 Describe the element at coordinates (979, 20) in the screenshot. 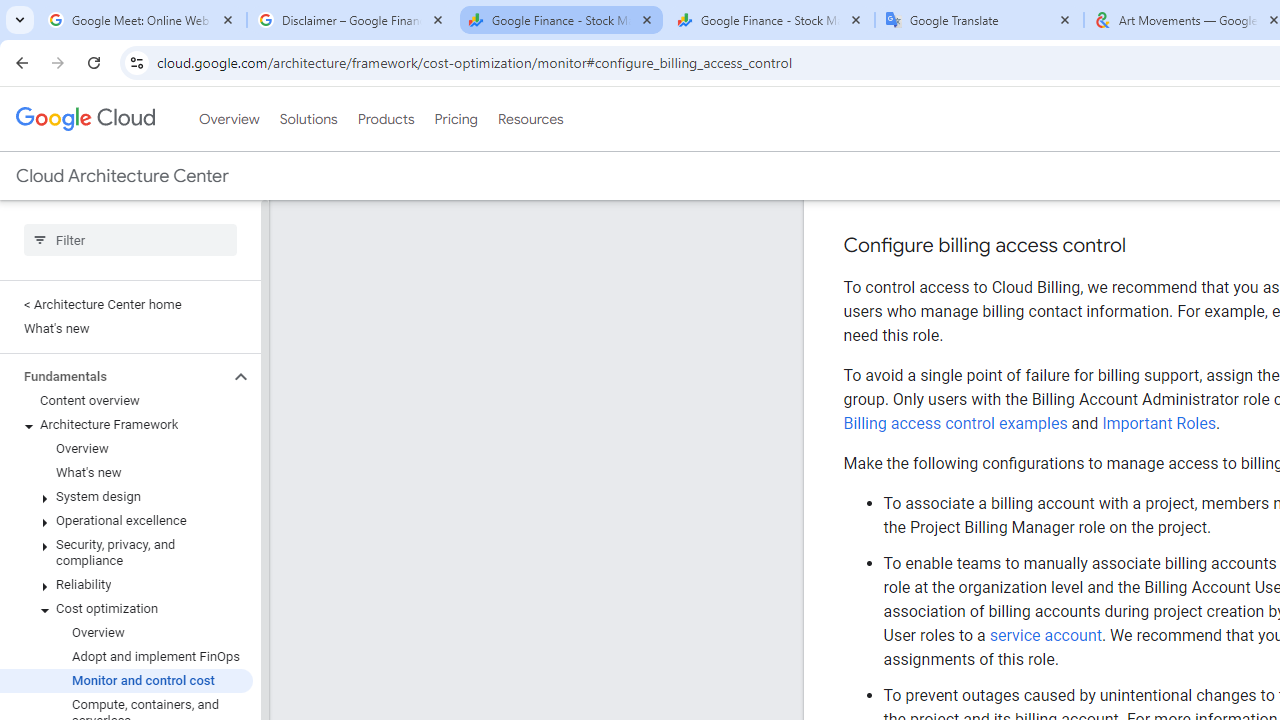

I see `'Google Translate'` at that location.